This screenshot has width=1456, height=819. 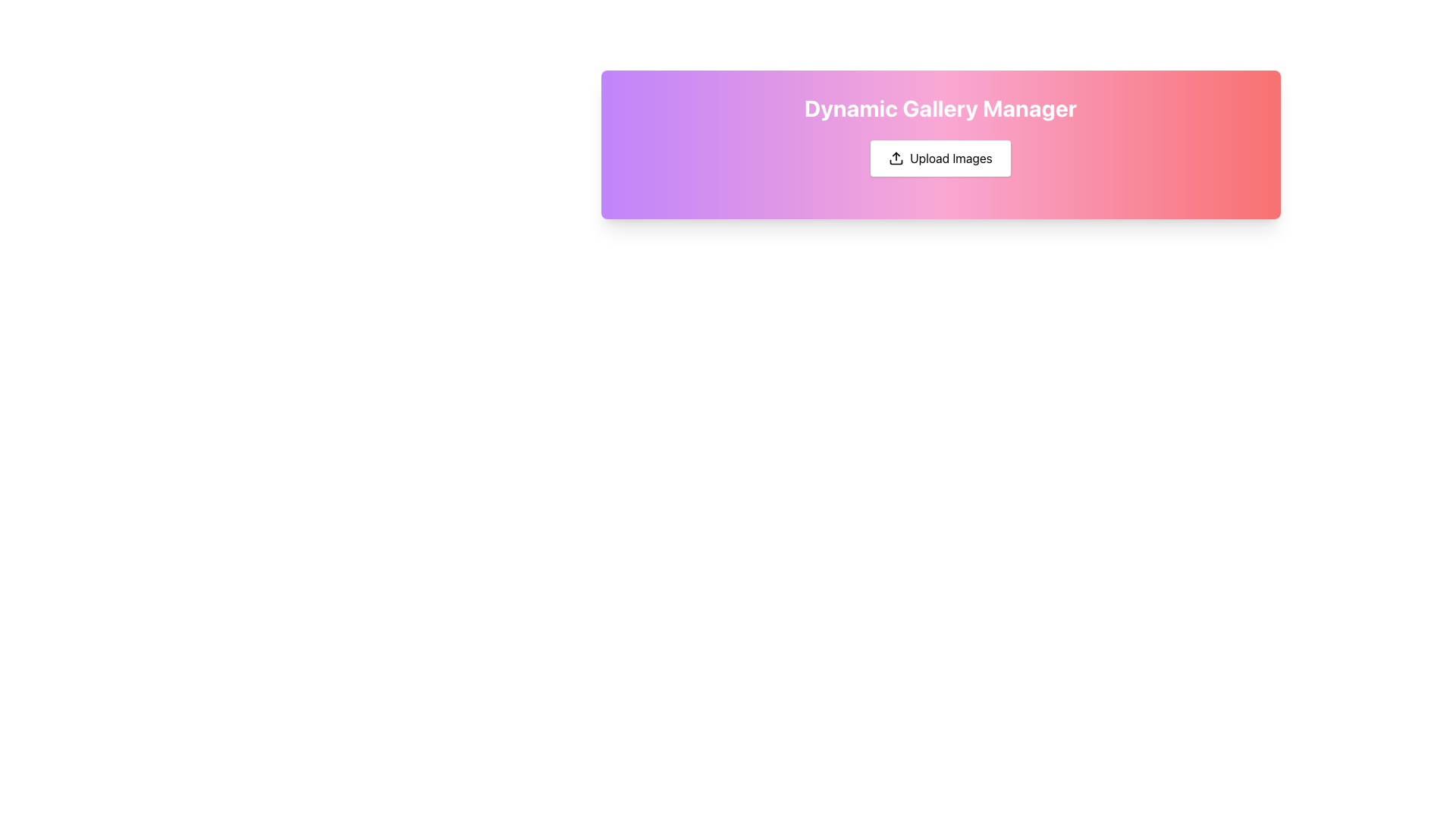 What do you see at coordinates (950, 158) in the screenshot?
I see `descriptive label for the upload image files button, which is centrally located below the 'Dynamic Gallery Manager' title` at bounding box center [950, 158].